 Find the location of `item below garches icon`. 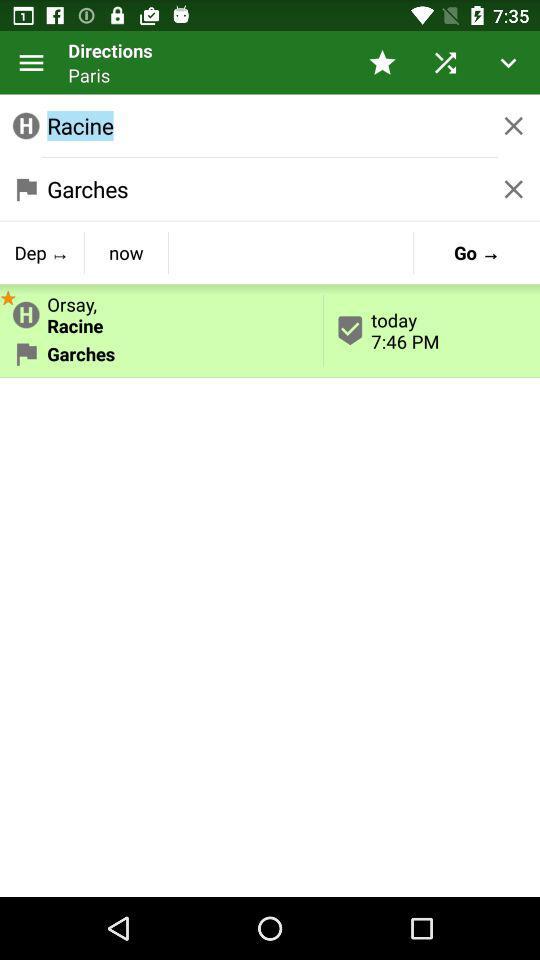

item below garches icon is located at coordinates (126, 251).